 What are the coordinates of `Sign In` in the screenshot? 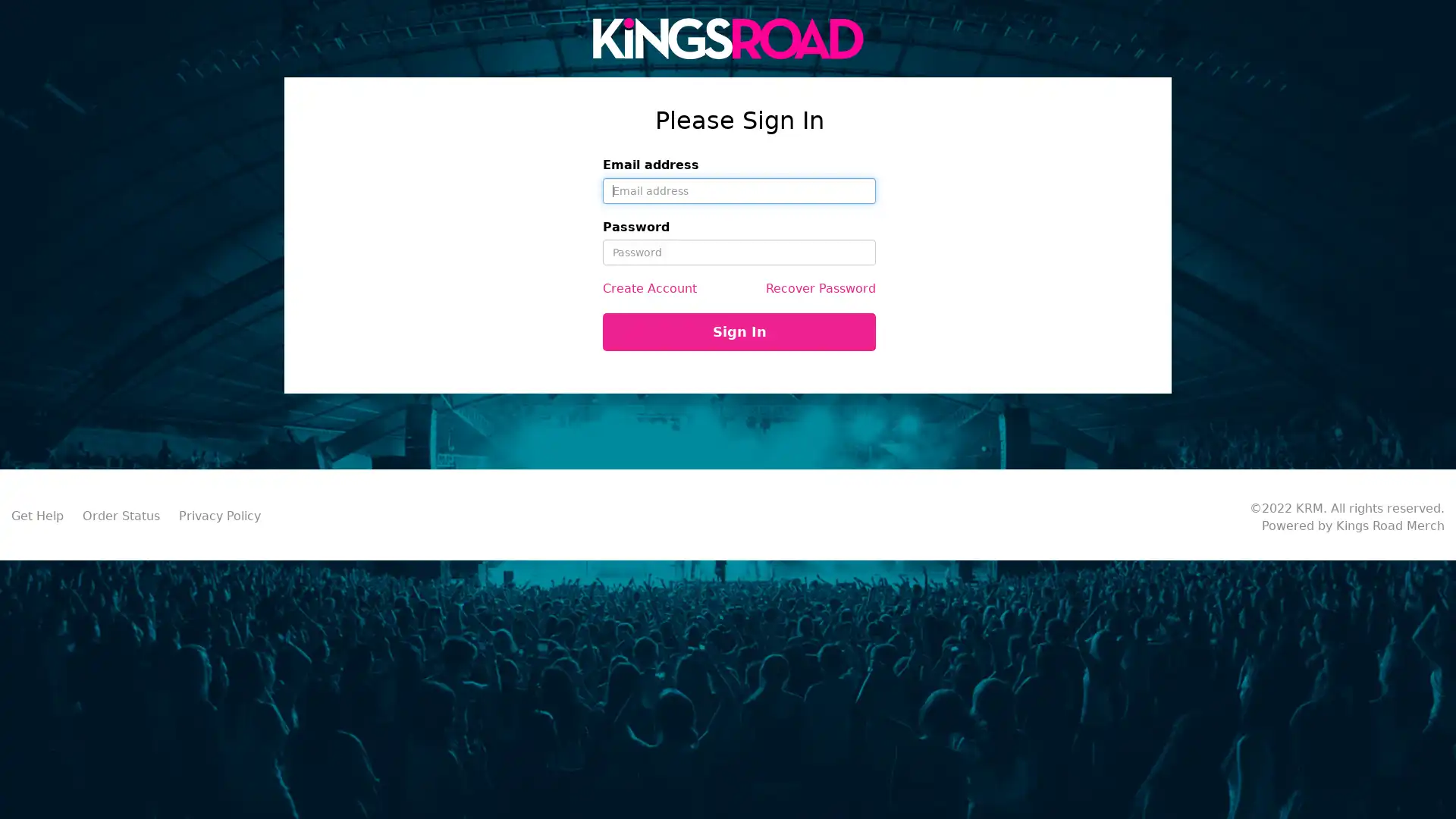 It's located at (739, 331).